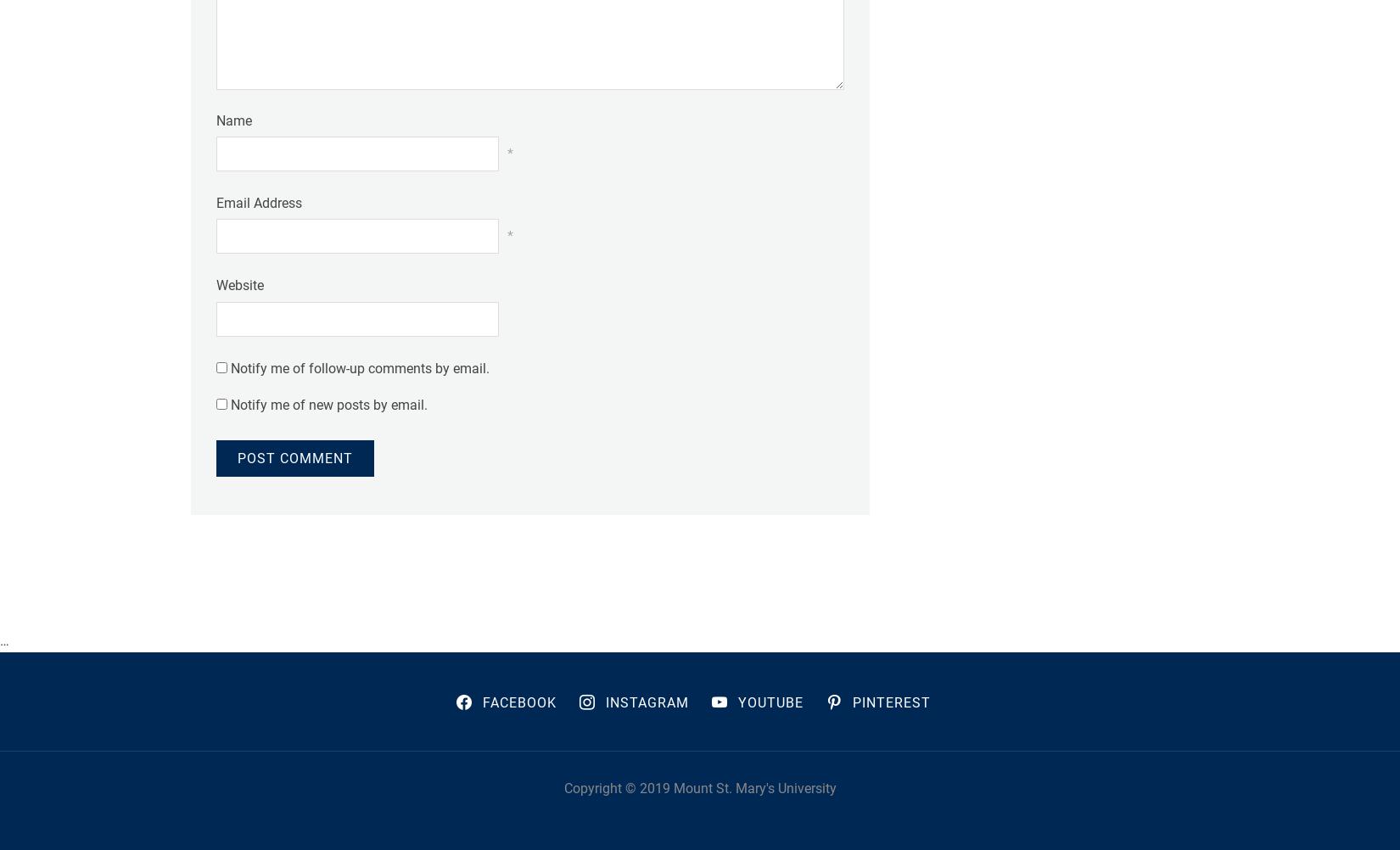 This screenshot has width=1400, height=850. Describe the element at coordinates (698, 787) in the screenshot. I see `'Copyright © 2019 Mount St. Mary's University'` at that location.